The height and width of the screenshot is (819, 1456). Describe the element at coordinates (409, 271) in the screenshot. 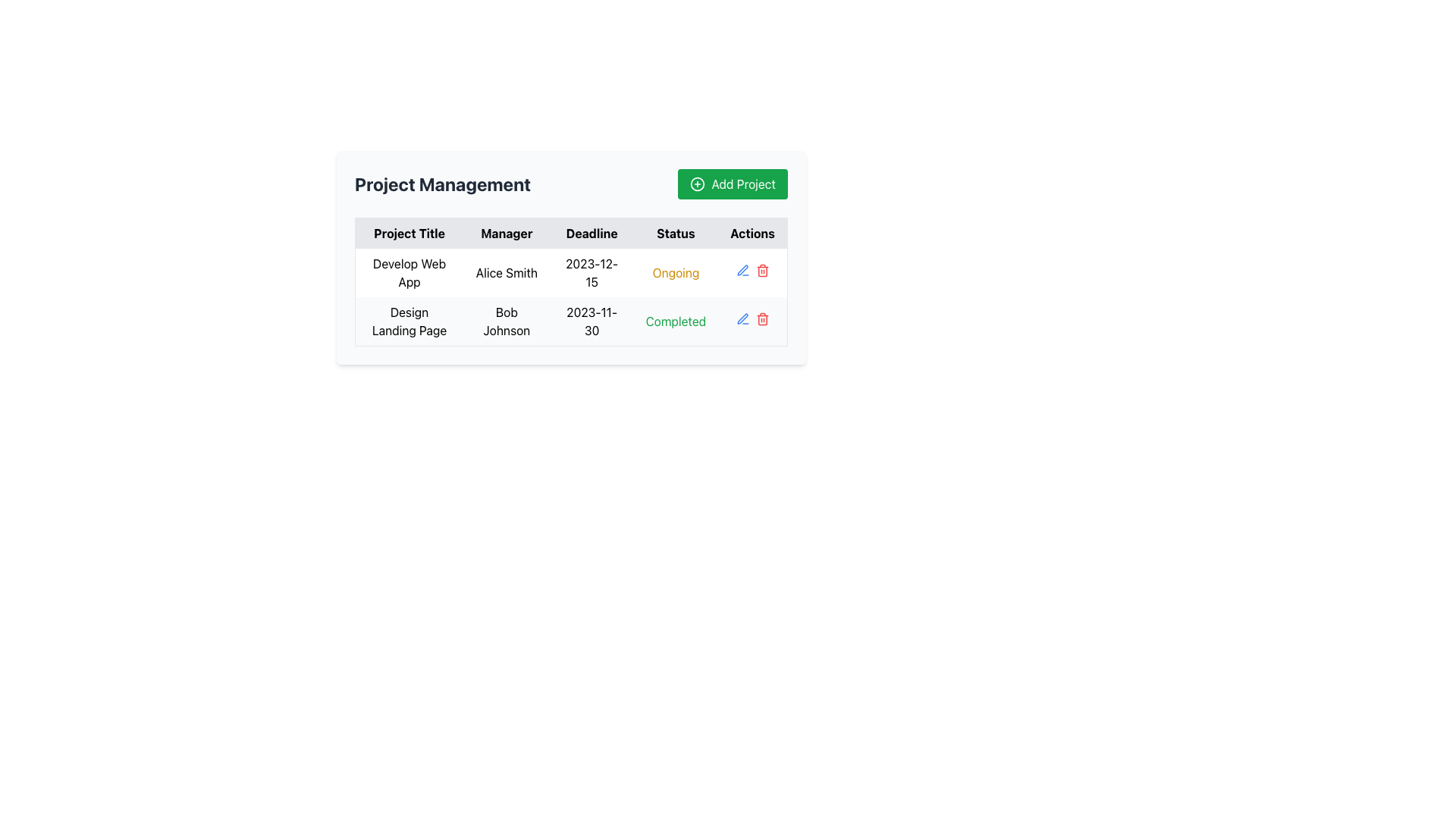

I see `the project title label located in the first cell of the 'Project Title' column in the task management table under the 'Project Management' header` at that location.